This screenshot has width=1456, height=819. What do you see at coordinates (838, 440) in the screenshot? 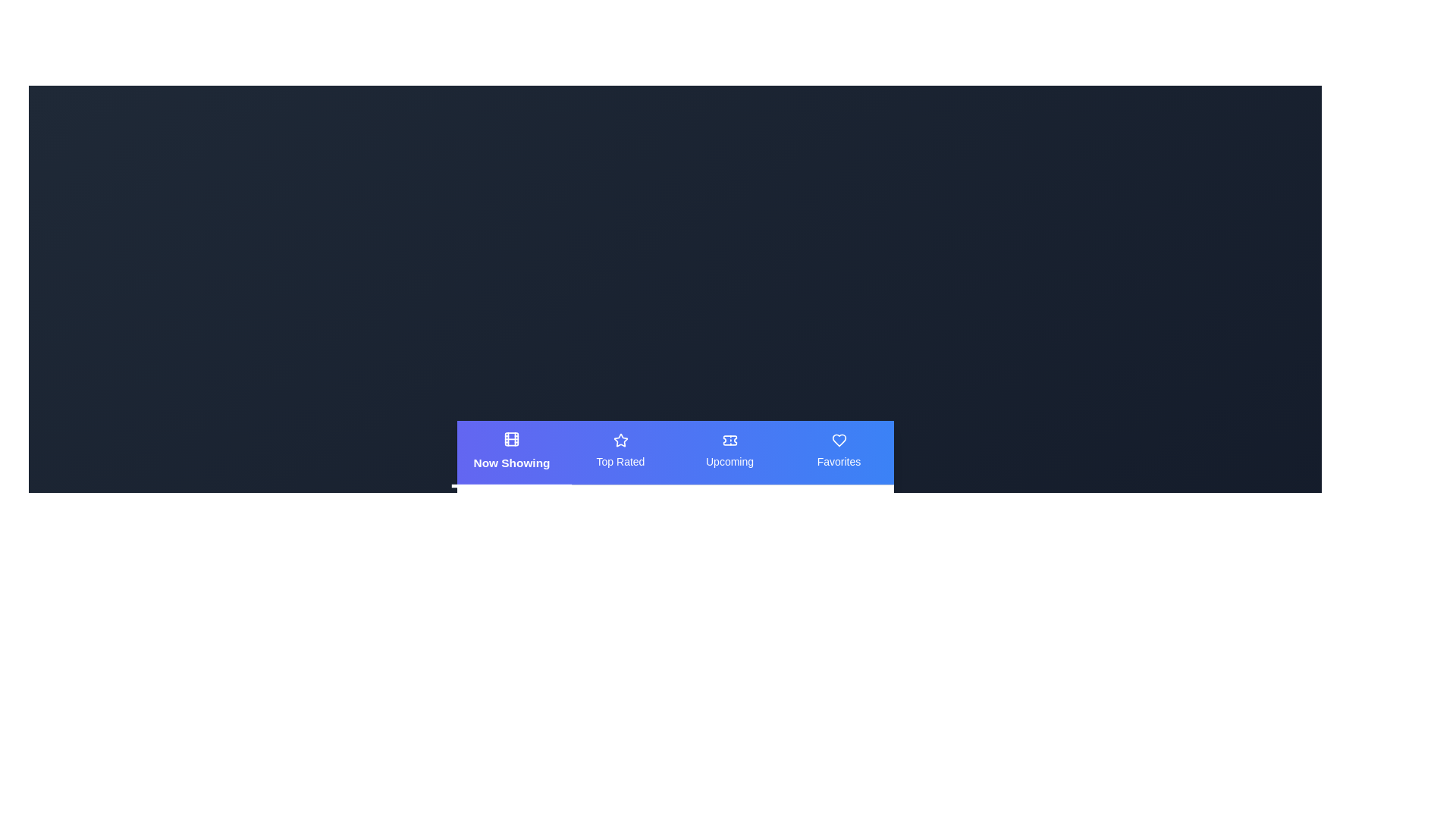
I see `the appearance of the 'Favorites' icon, which is the rightmost item in the bottom navigation bar adjacent to the 'Upcoming' section` at bounding box center [838, 440].